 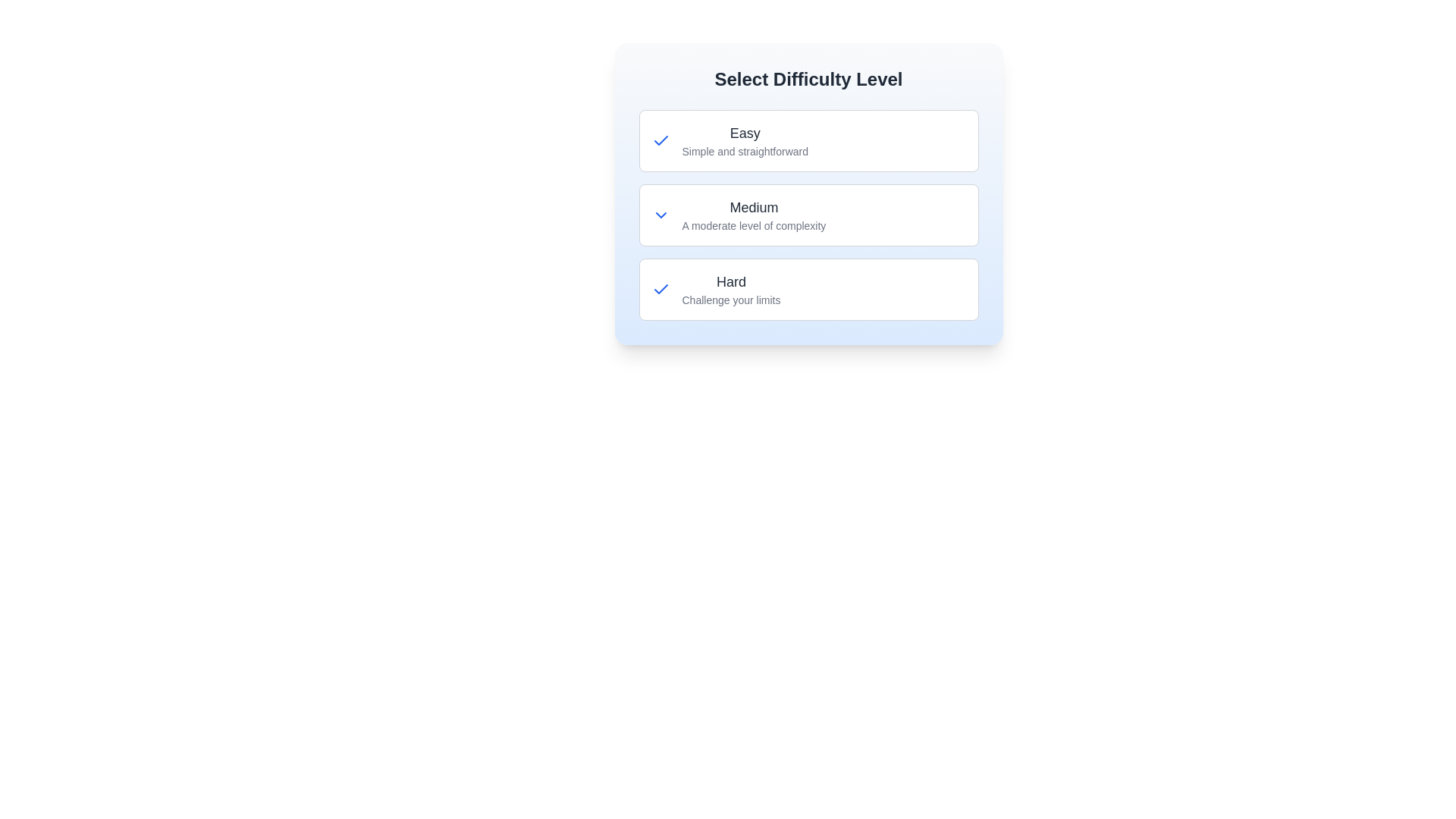 What do you see at coordinates (731, 289) in the screenshot?
I see `the text display that shows 'Hard' and 'Challenge your limits' within the 'Select Difficulty Level' panel` at bounding box center [731, 289].